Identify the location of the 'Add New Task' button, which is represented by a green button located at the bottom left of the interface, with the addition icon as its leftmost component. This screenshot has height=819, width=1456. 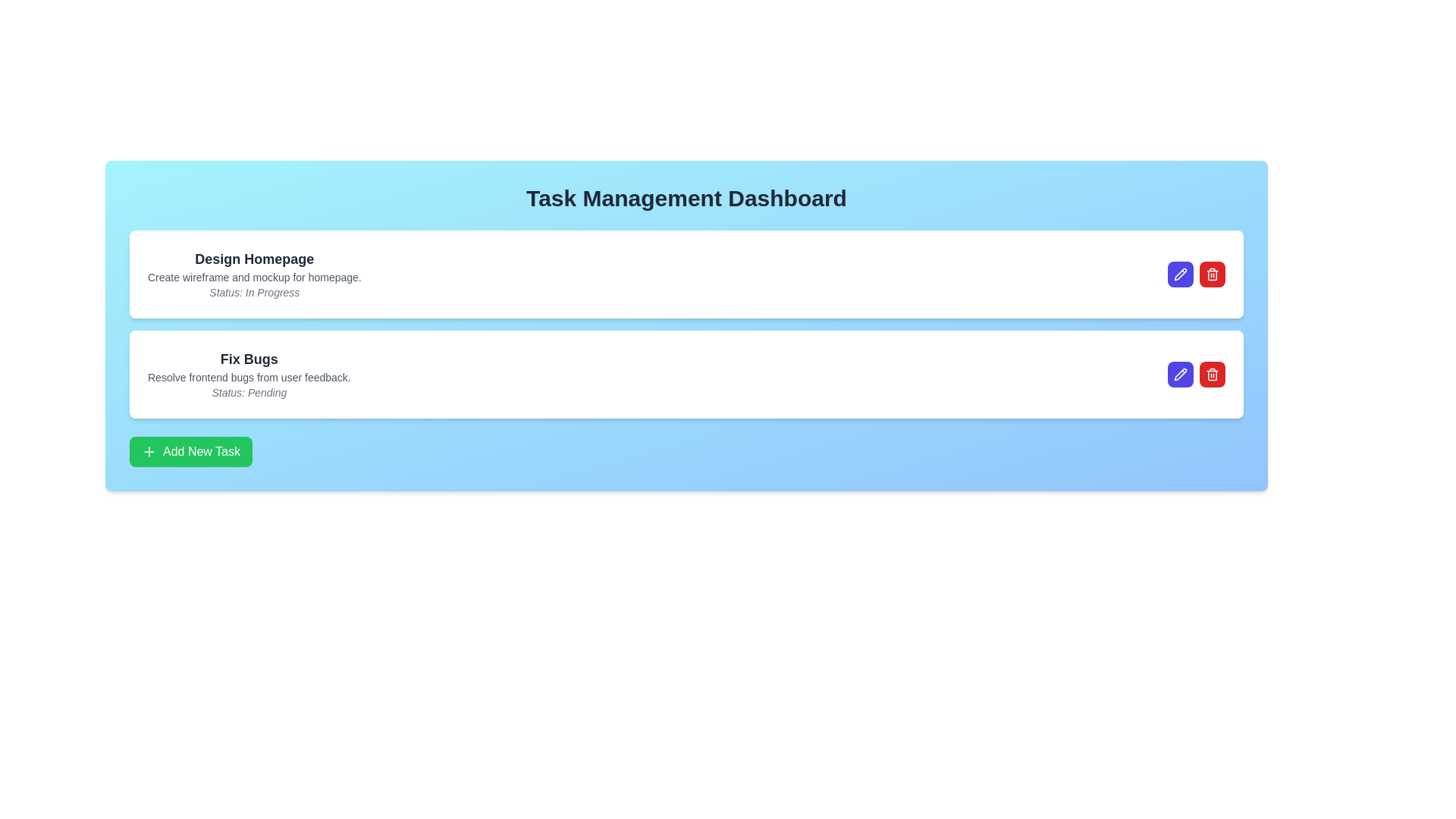
(149, 451).